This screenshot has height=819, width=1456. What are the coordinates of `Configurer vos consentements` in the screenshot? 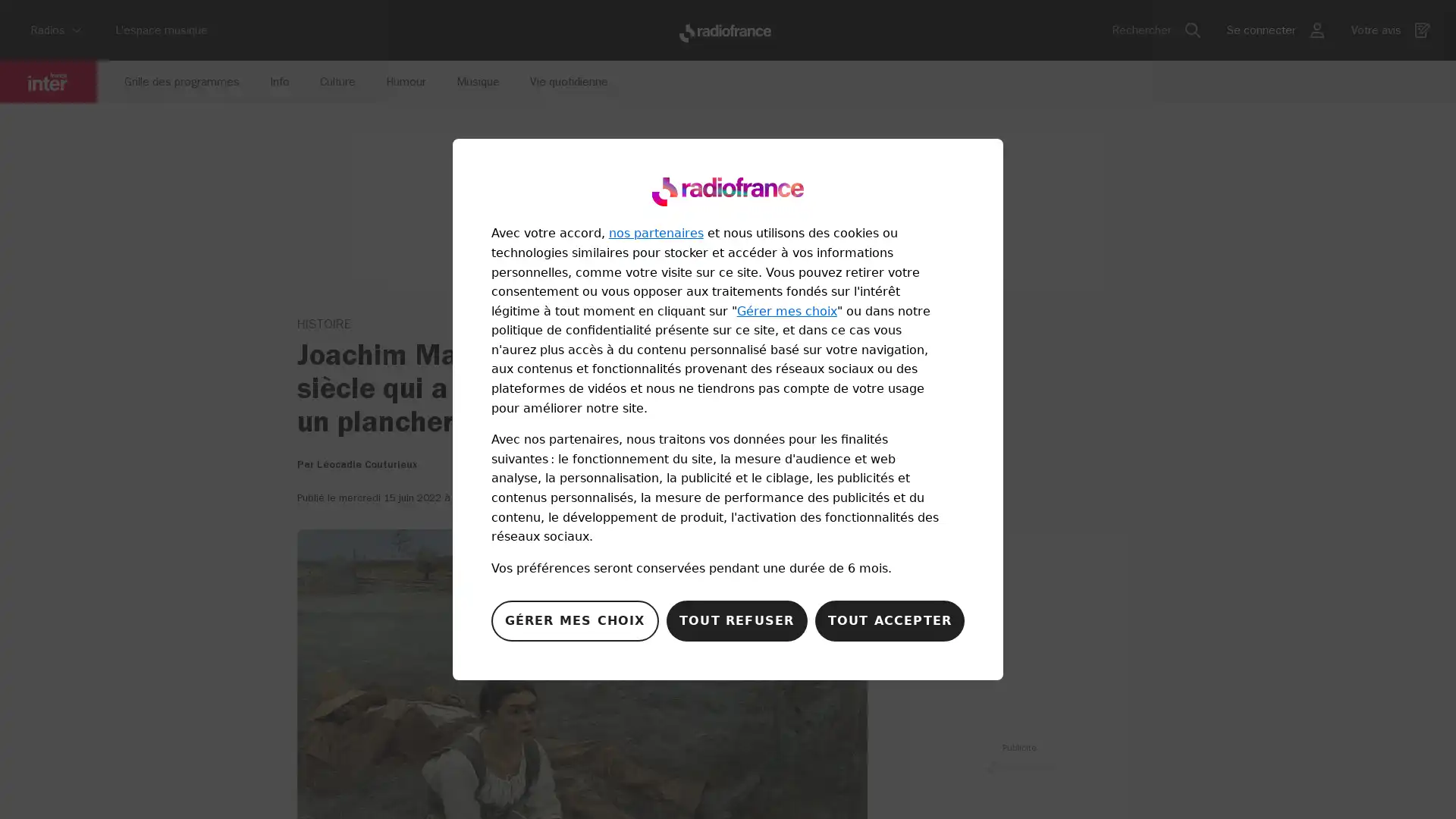 It's located at (573, 620).